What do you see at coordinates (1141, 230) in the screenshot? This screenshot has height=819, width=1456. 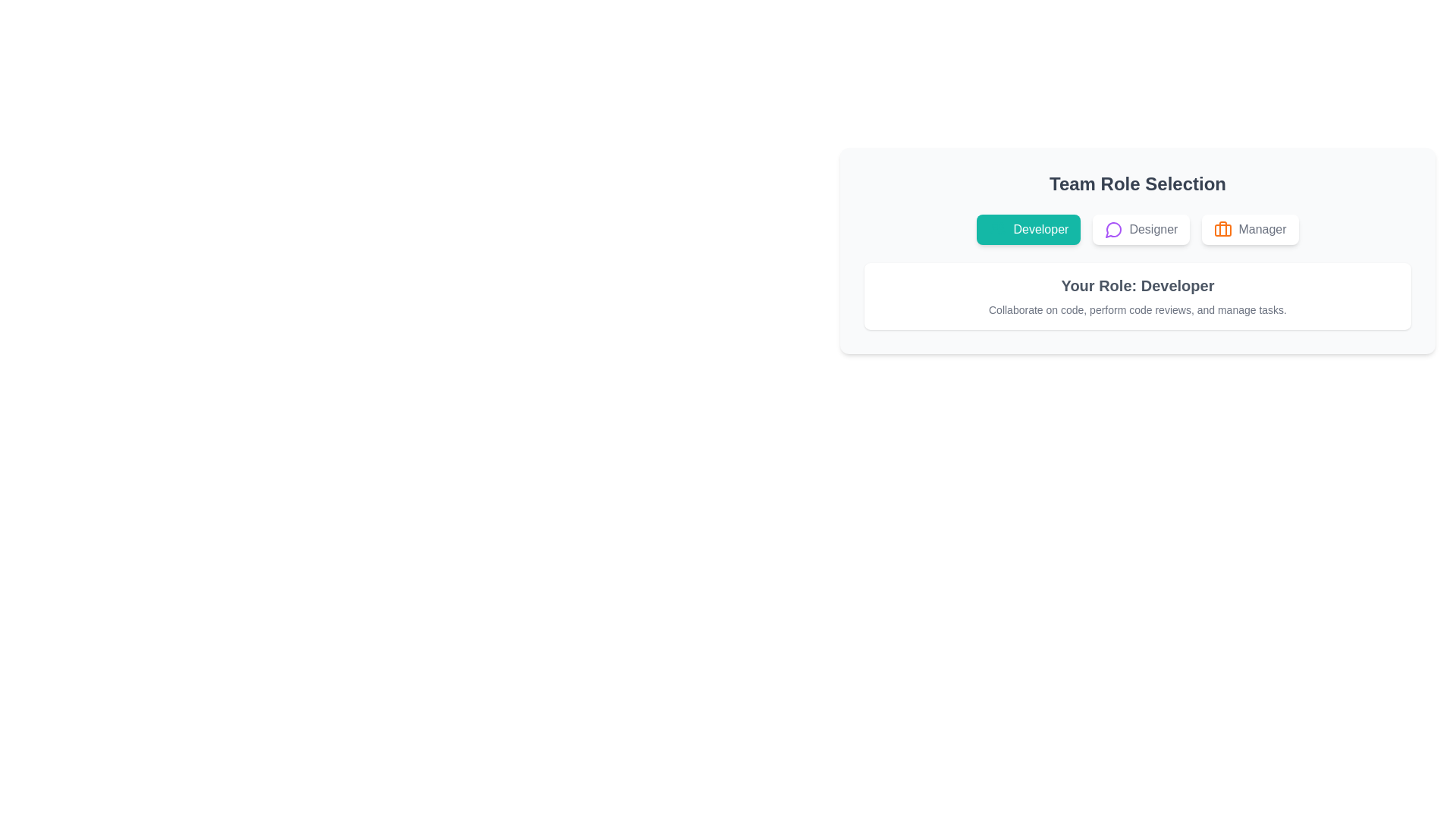 I see `the 'Designer' role selection button, which is the second button in a horizontal layout of three buttons labeled 'Developer', 'Designer', and 'Manager'` at bounding box center [1141, 230].